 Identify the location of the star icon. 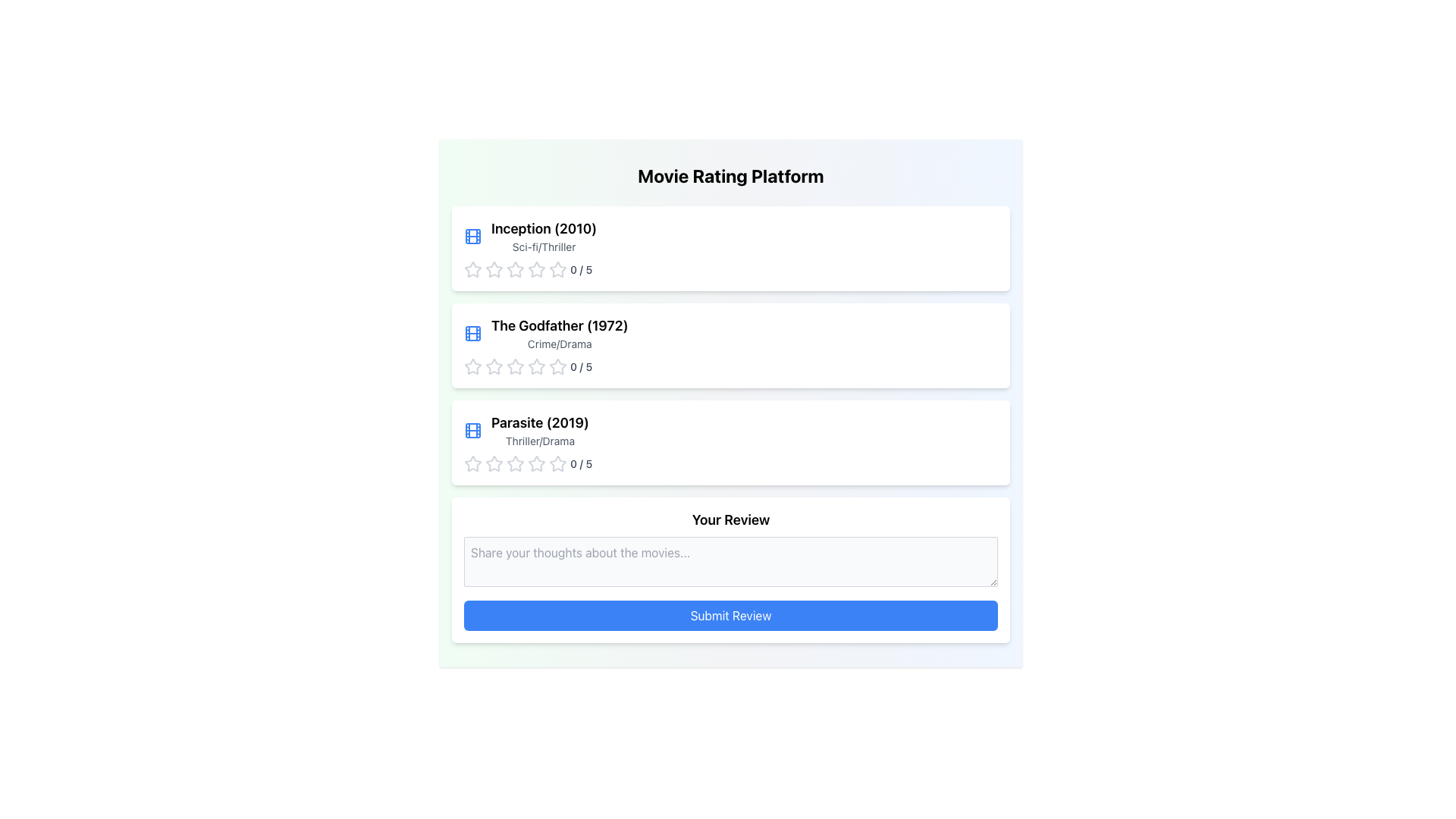
(494, 366).